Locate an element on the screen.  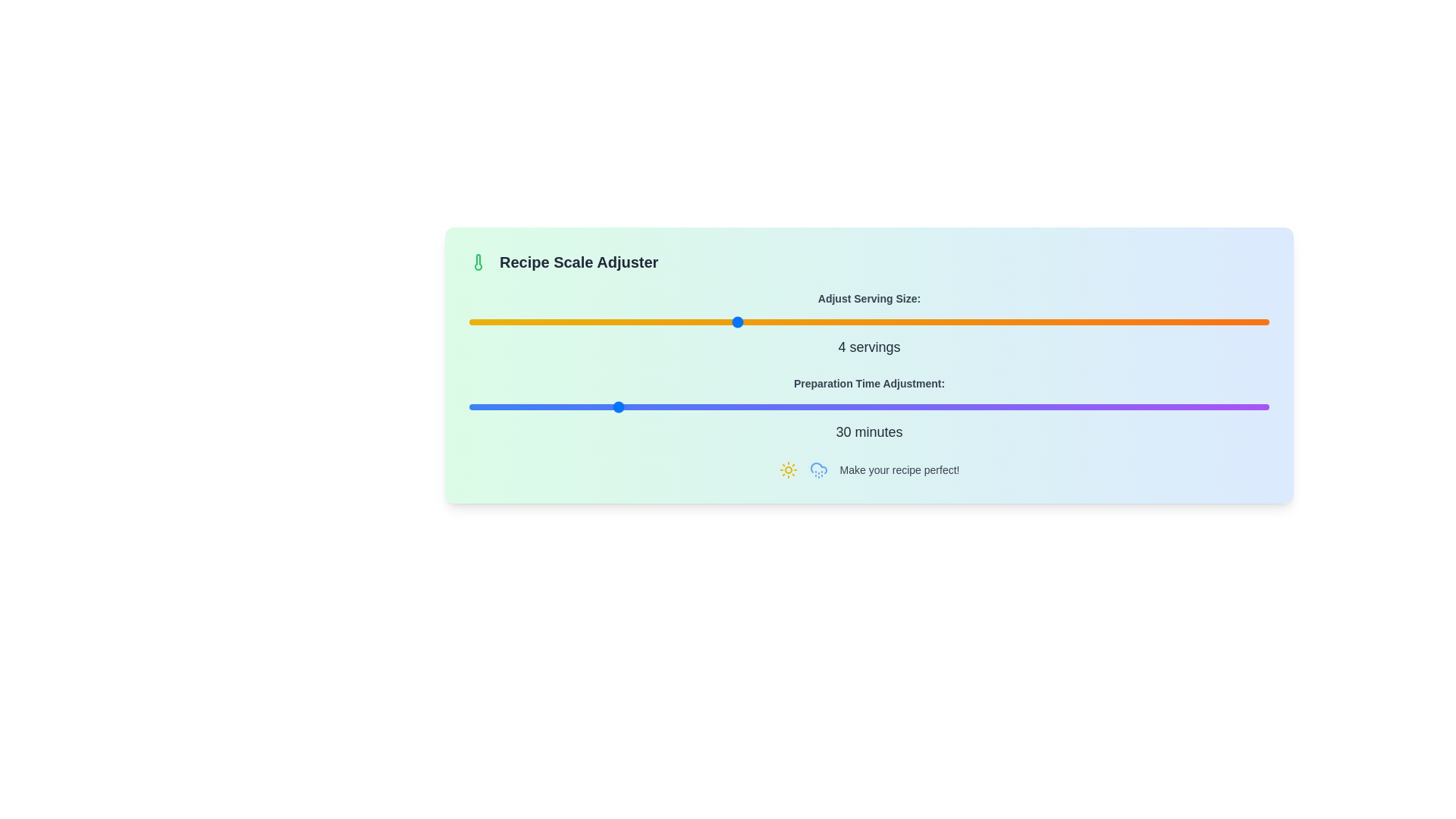
the preparation time is located at coordinates (644, 406).